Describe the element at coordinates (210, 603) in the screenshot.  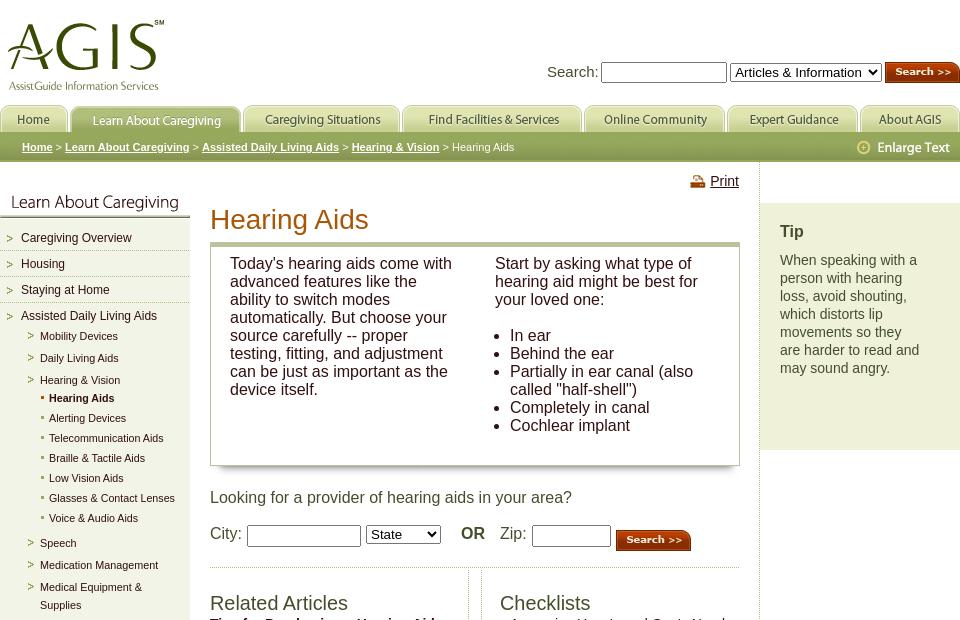
I see `'Related Articles'` at that location.